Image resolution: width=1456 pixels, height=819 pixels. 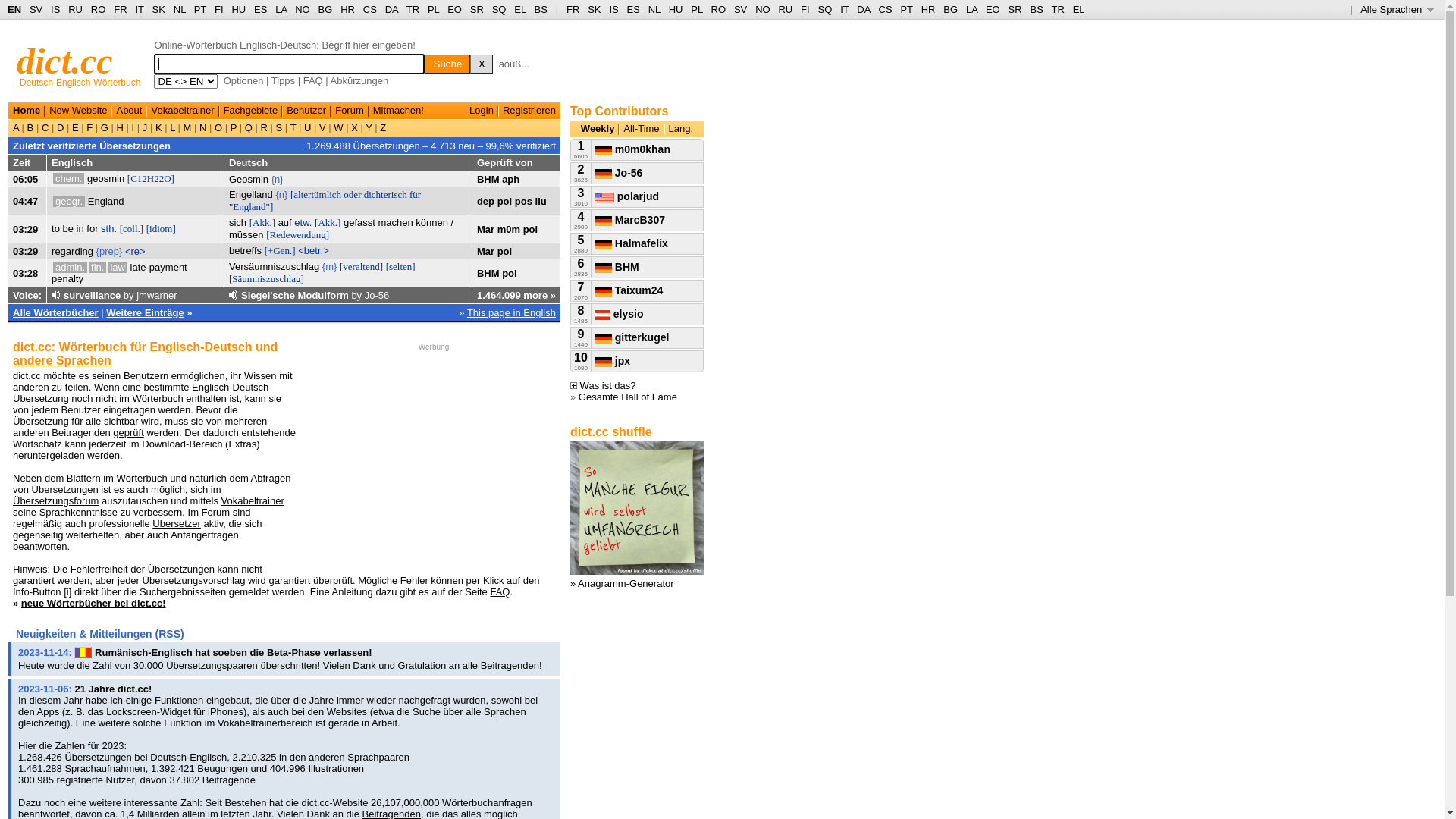 What do you see at coordinates (628, 396) in the screenshot?
I see `'Gesamte Hall of Fame'` at bounding box center [628, 396].